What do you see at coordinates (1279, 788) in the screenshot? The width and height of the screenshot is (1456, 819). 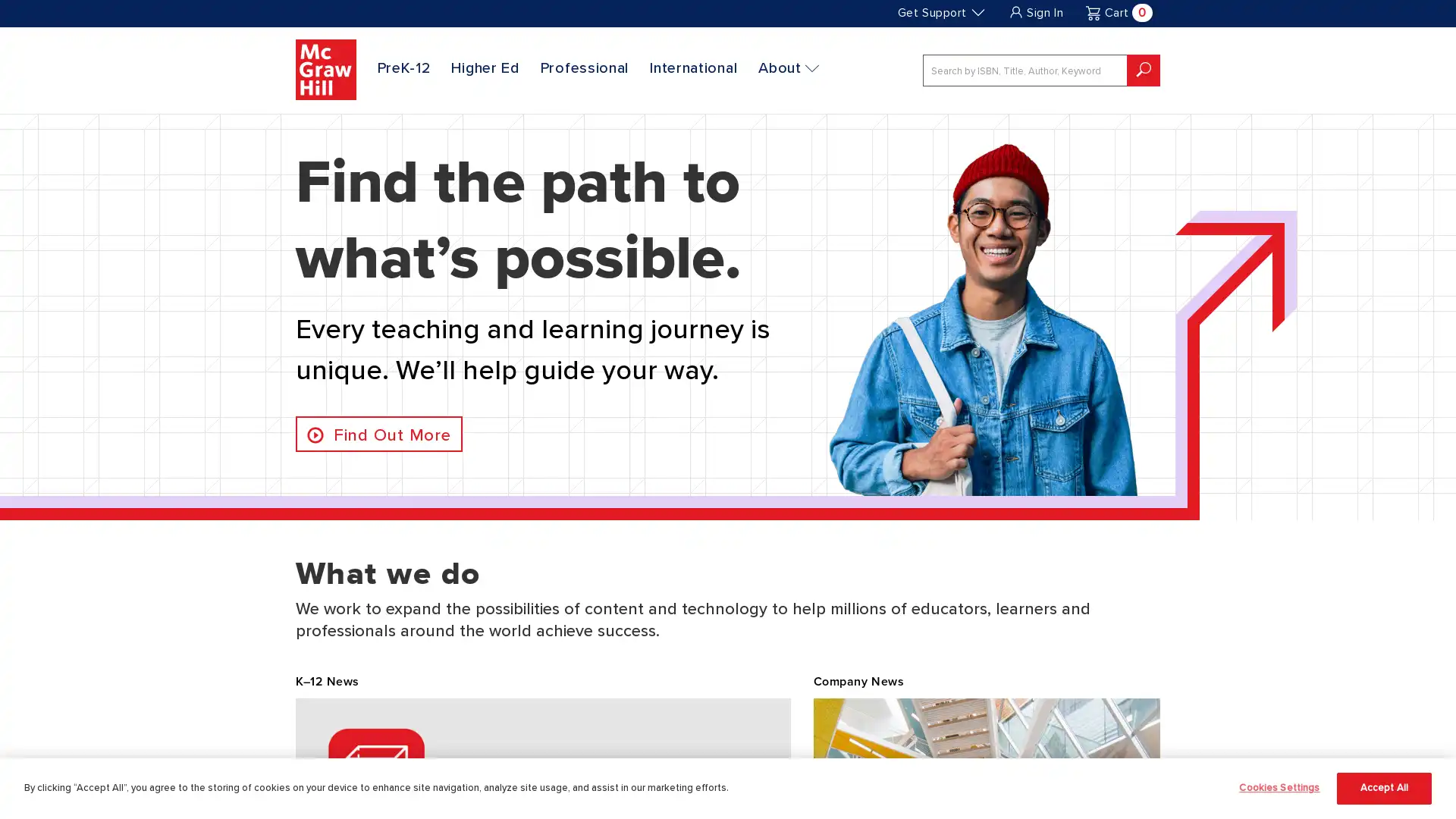 I see `Cookies Settings` at bounding box center [1279, 788].